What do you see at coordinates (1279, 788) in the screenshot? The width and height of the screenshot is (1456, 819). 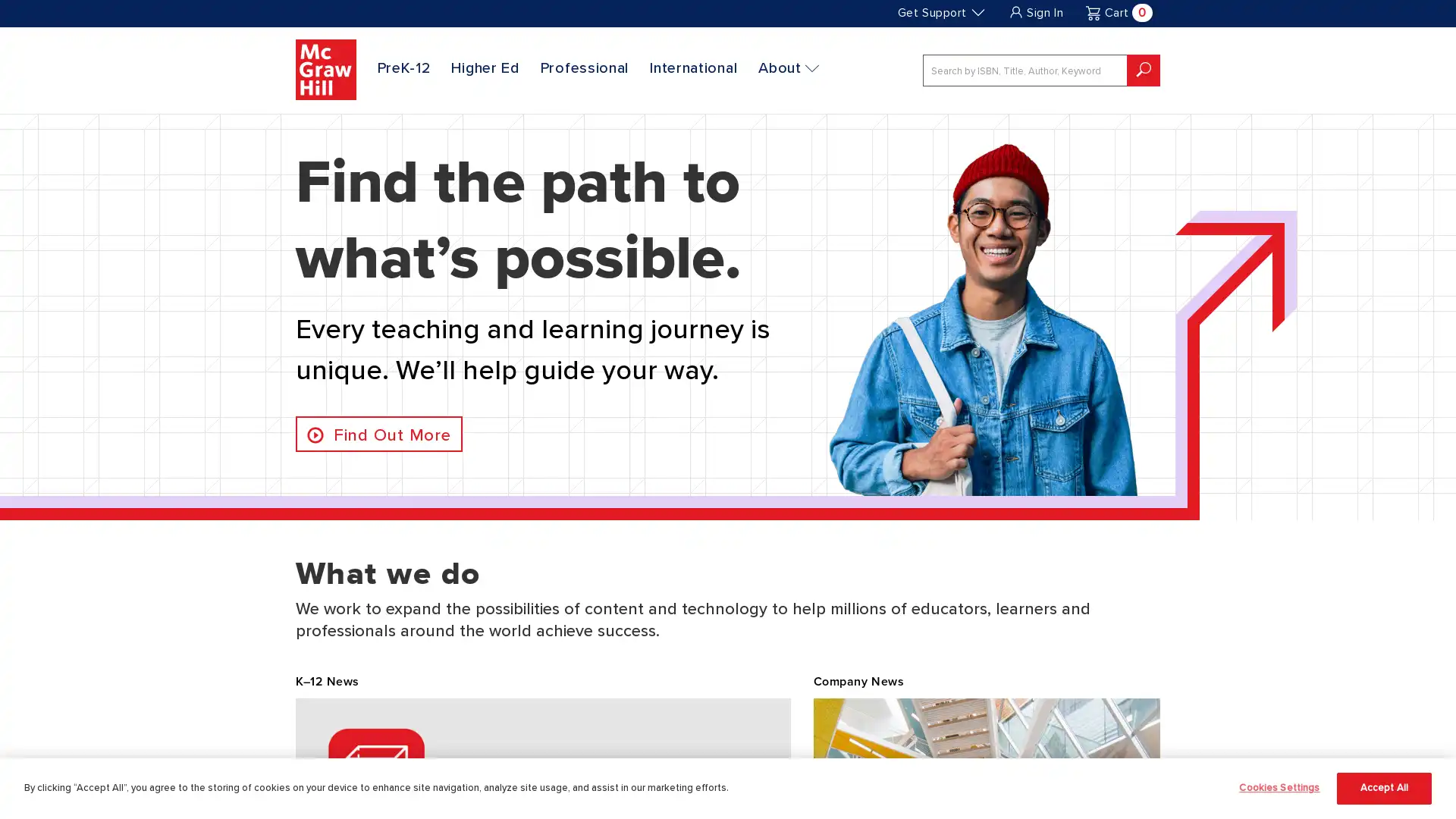 I see `Cookies Settings` at bounding box center [1279, 788].